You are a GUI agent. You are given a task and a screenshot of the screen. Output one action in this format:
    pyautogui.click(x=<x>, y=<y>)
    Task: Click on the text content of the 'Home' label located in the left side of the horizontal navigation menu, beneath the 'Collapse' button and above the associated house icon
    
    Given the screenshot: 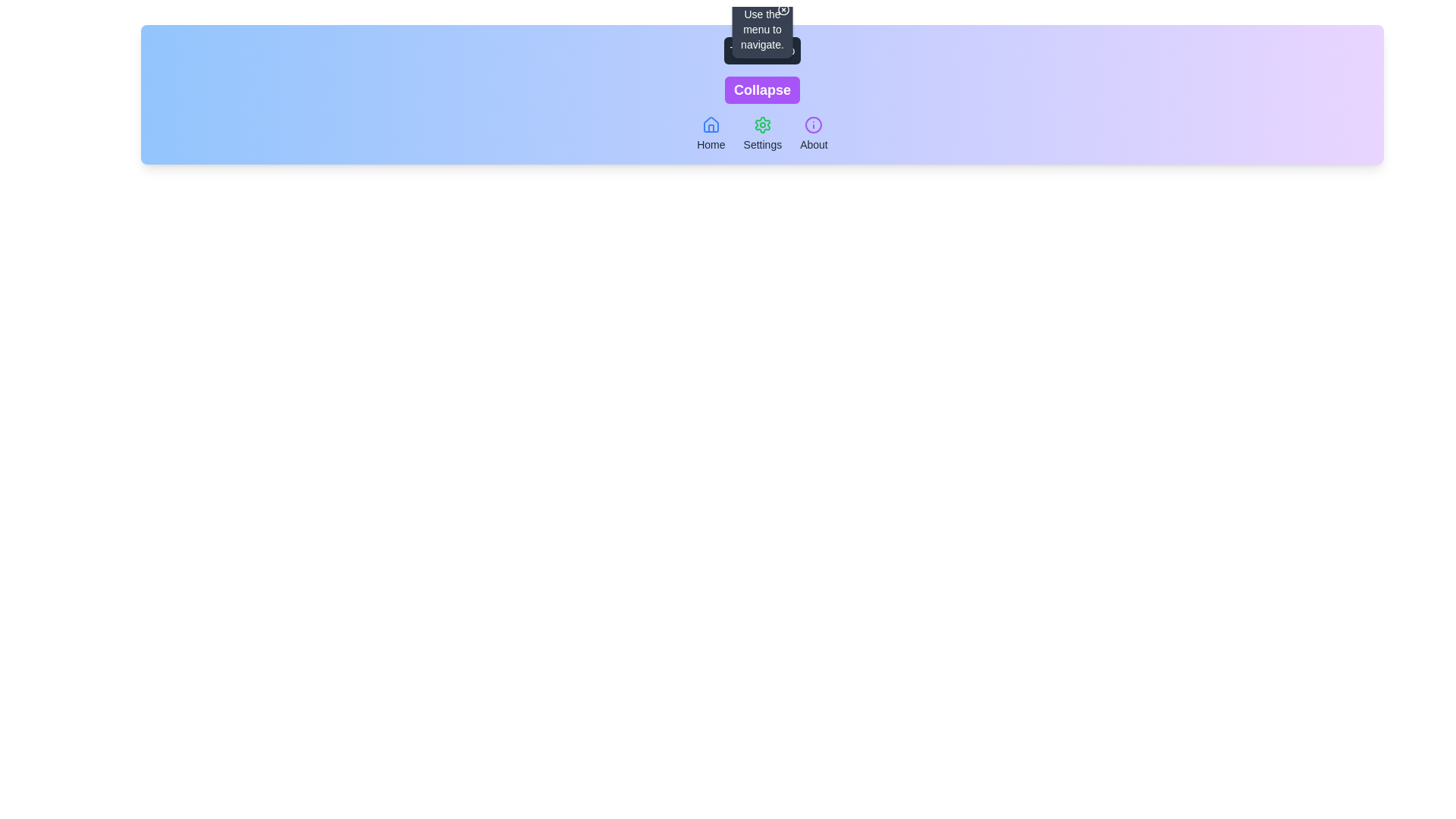 What is the action you would take?
    pyautogui.click(x=710, y=145)
    